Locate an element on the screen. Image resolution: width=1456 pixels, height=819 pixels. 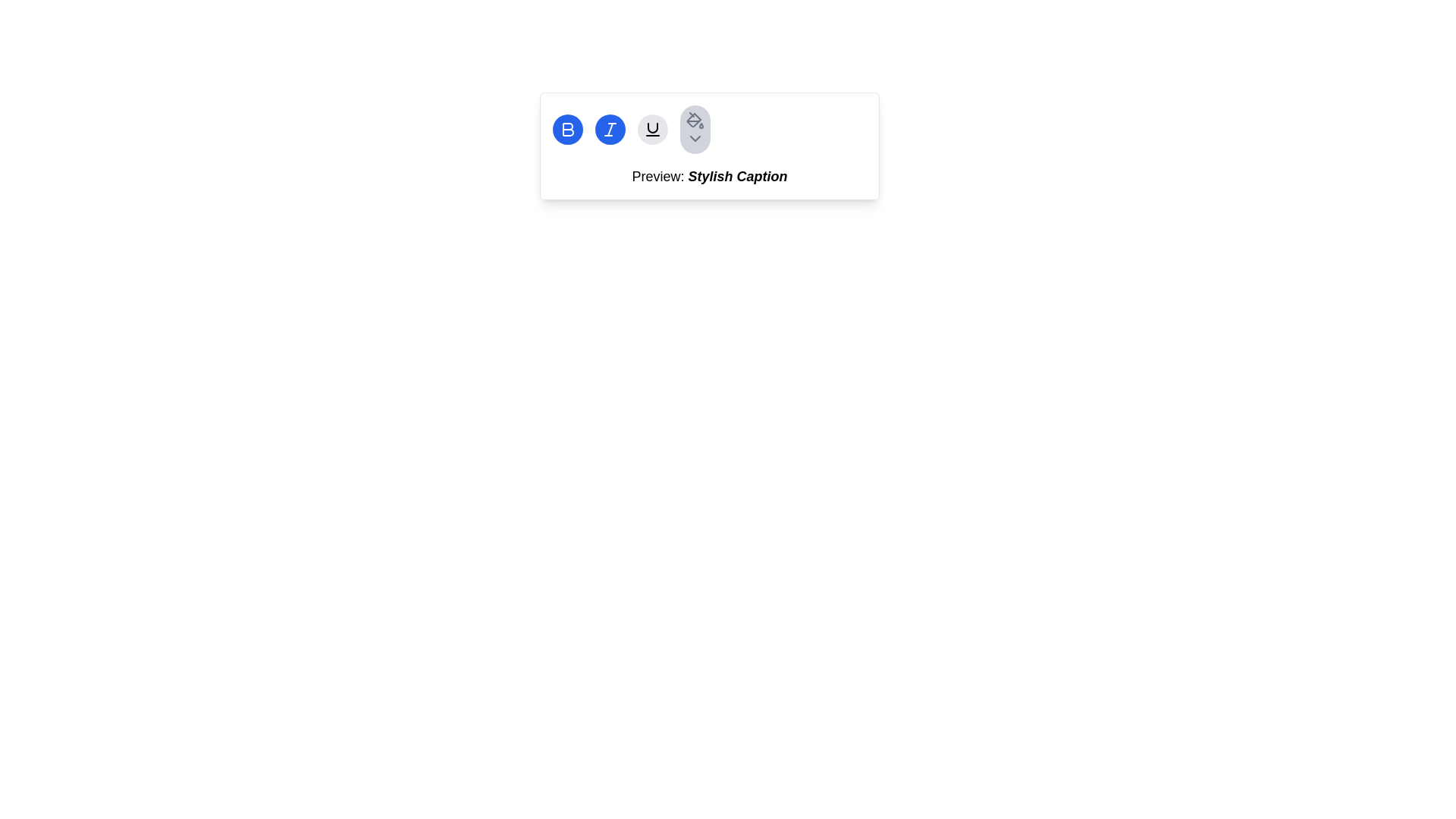
the rounded gray button icon located to the right of other buttons is located at coordinates (694, 138).